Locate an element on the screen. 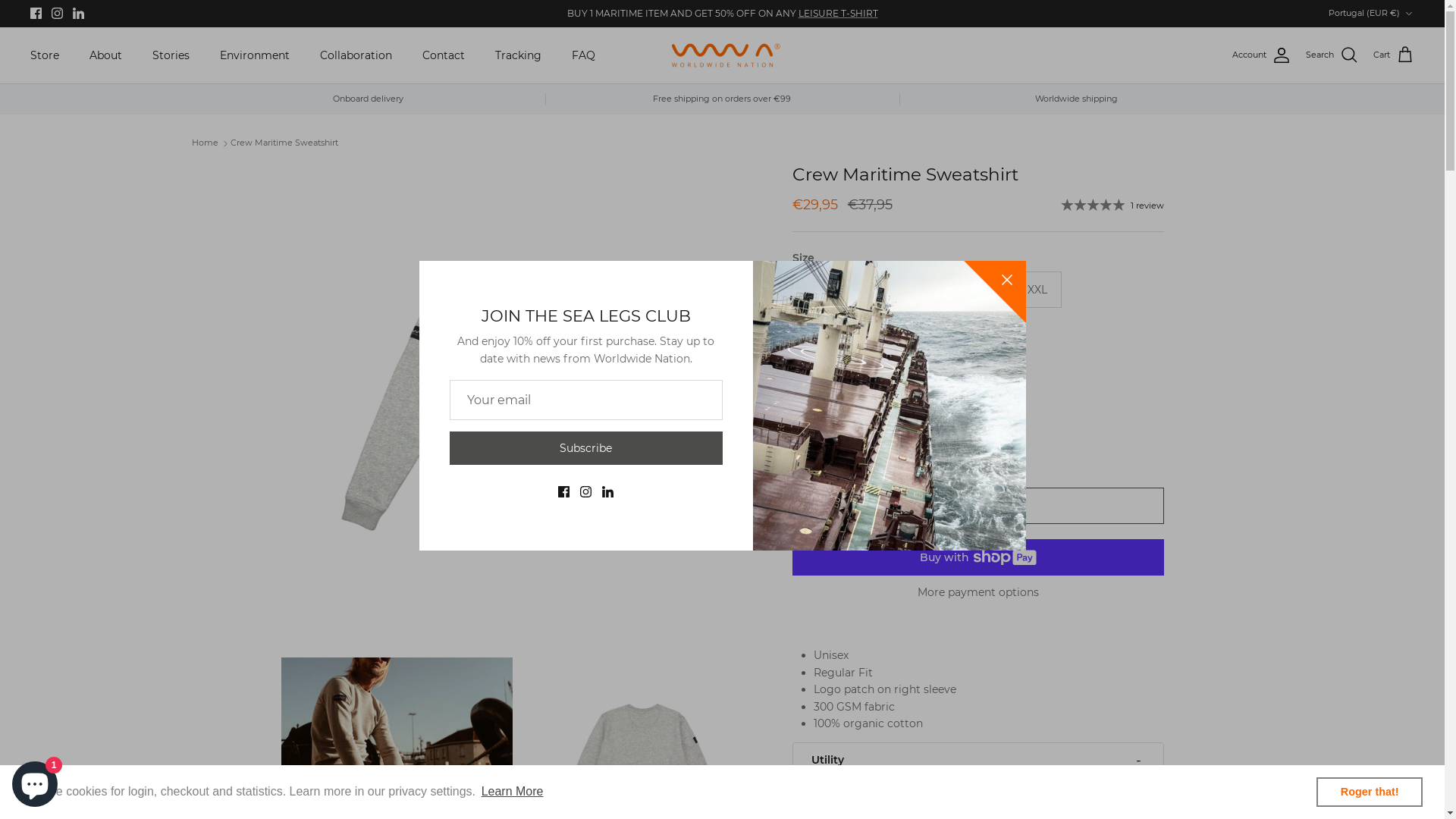 The width and height of the screenshot is (1456, 819). 'Subscribe' is located at coordinates (585, 447).